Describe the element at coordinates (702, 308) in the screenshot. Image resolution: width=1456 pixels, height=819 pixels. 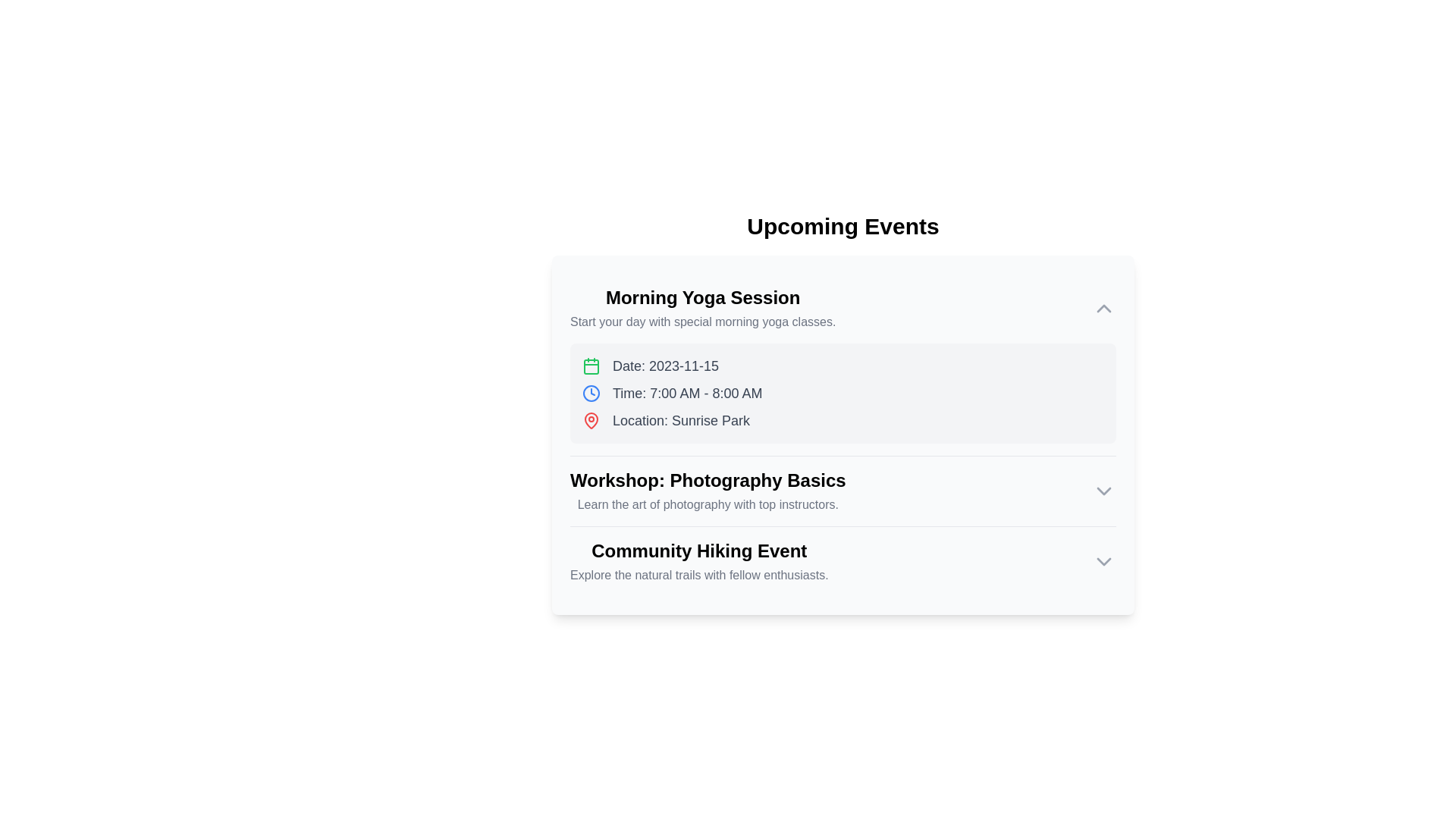
I see `the 'Morning Yoga Session' text display located in the 'Upcoming Events' section at the top-left area of the list` at that location.